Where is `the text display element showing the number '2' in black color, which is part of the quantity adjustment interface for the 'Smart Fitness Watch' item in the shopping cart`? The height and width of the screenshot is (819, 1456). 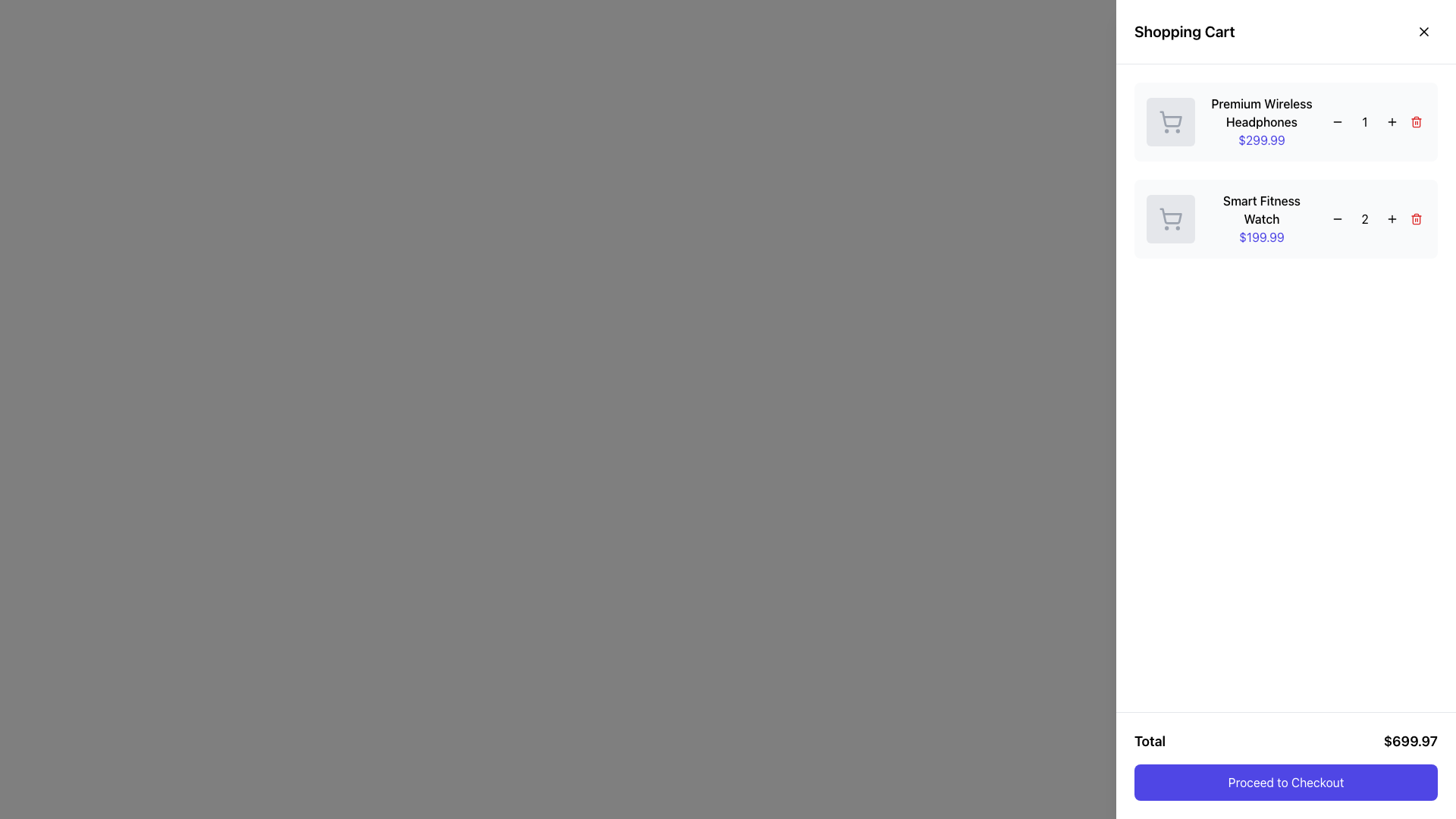 the text display element showing the number '2' in black color, which is part of the quantity adjustment interface for the 'Smart Fitness Watch' item in the shopping cart is located at coordinates (1365, 219).